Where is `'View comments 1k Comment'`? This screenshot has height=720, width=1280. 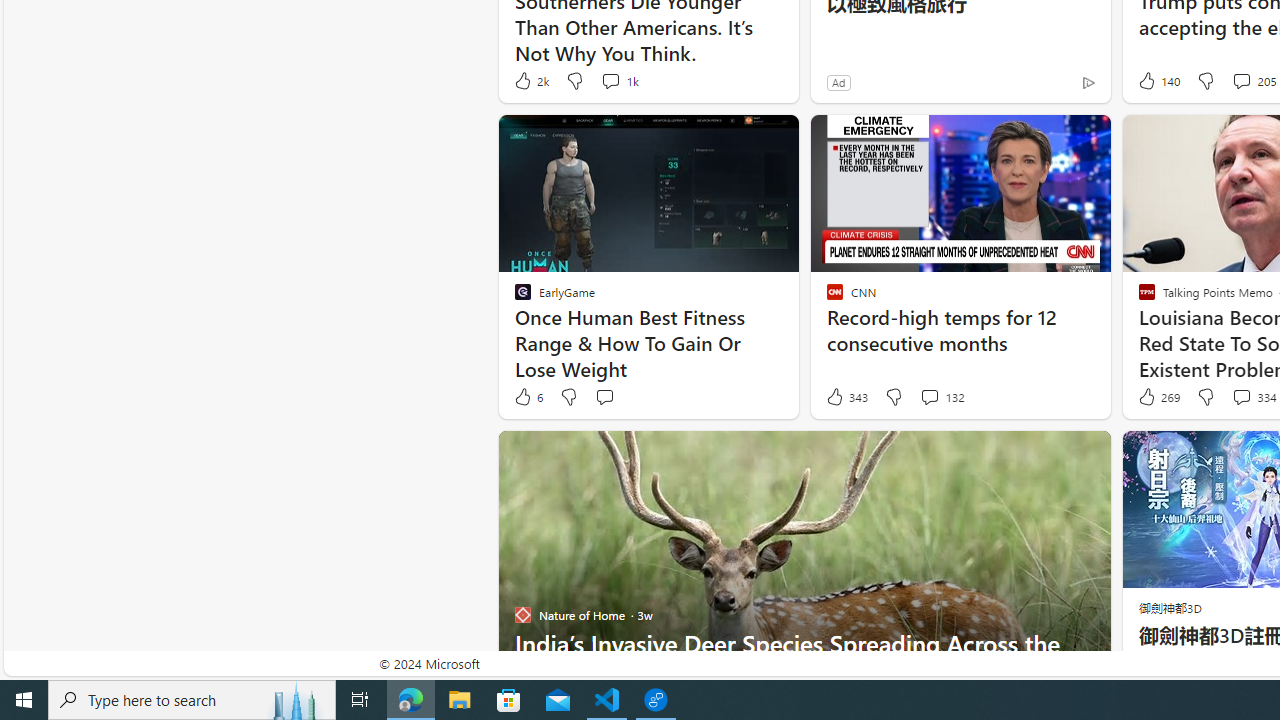
'View comments 1k Comment' is located at coordinates (609, 80).